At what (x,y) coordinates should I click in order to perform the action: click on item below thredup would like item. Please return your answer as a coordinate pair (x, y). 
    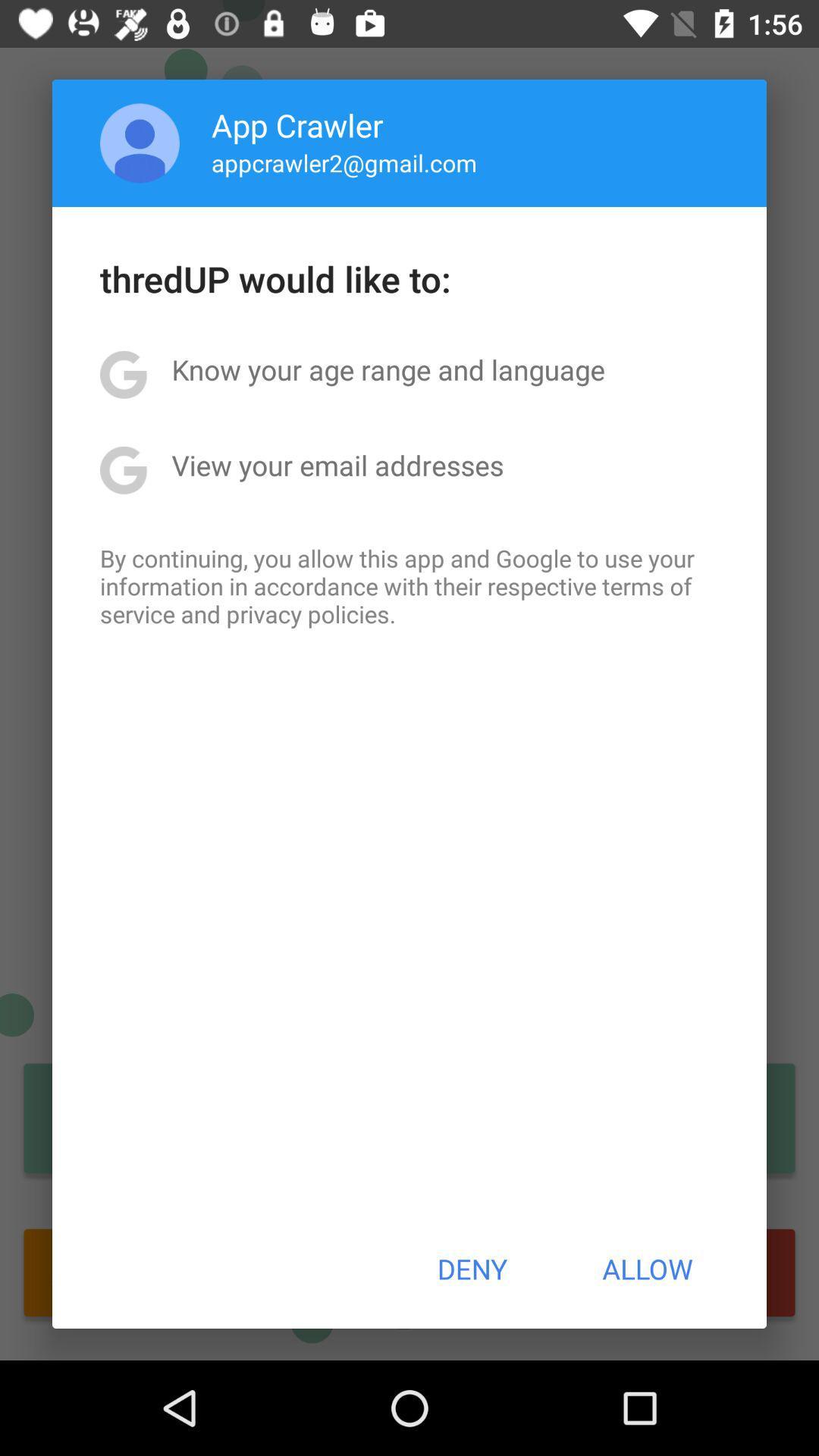
    Looking at the image, I should click on (388, 369).